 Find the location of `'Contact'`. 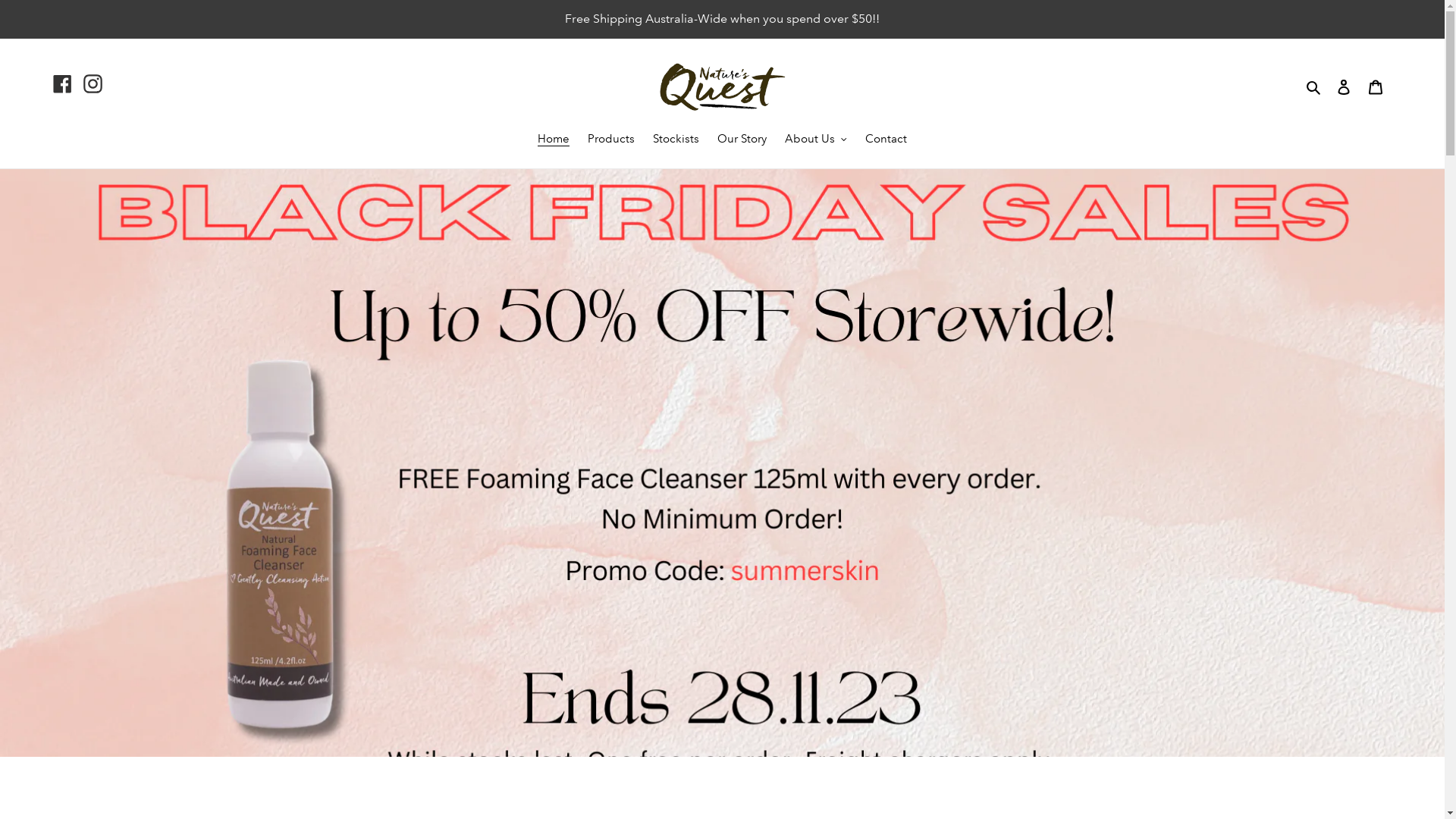

'Contact' is located at coordinates (886, 140).